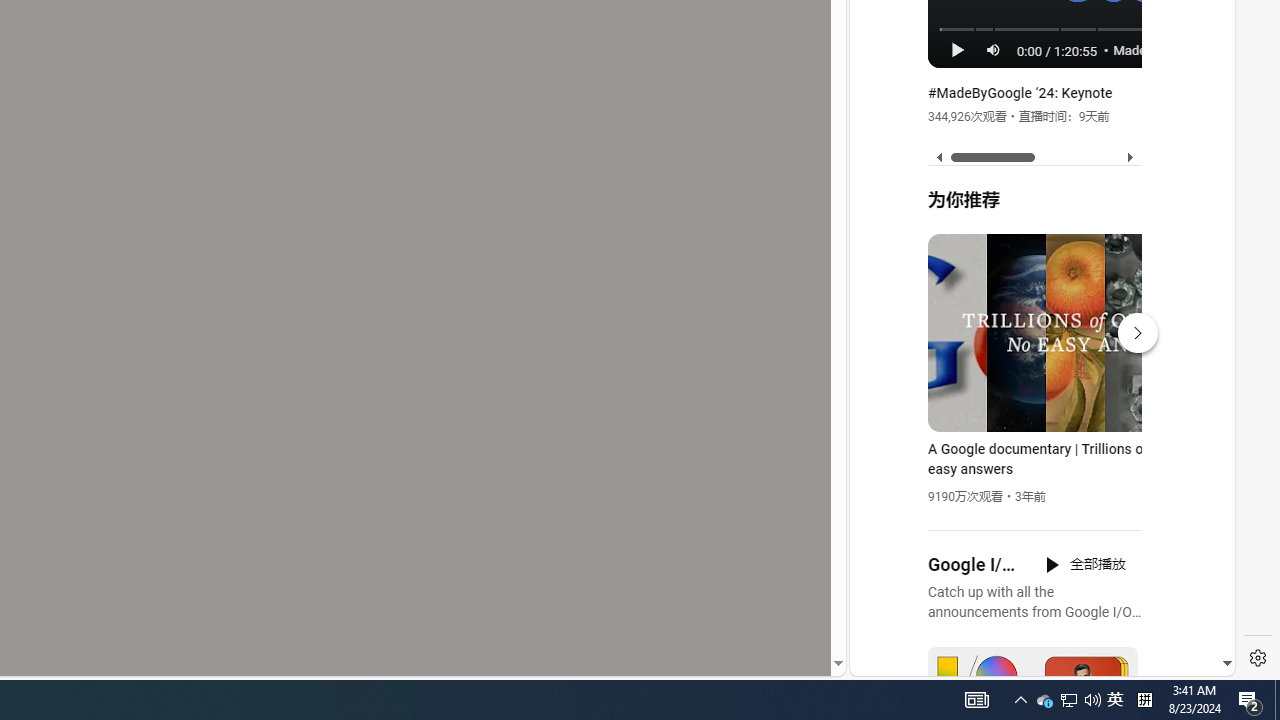  I want to click on 'Click to scroll right', so click(1196, 82).